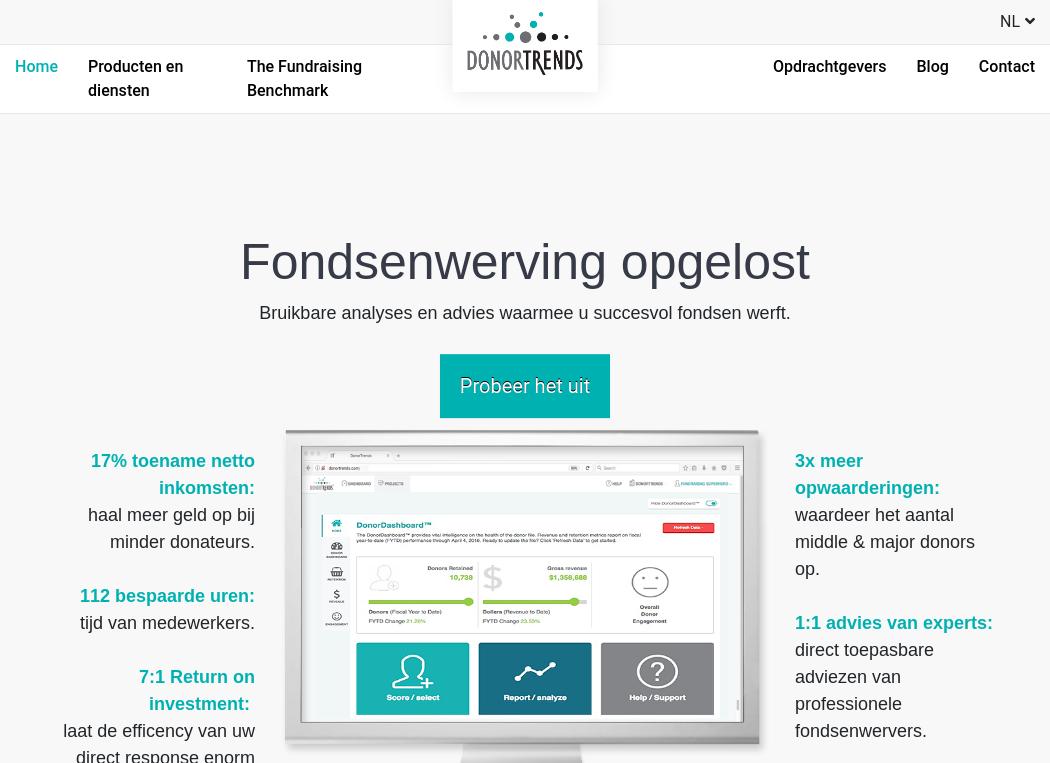 The height and width of the screenshot is (763, 1050). Describe the element at coordinates (523, 386) in the screenshot. I see `'Probeer het uit'` at that location.